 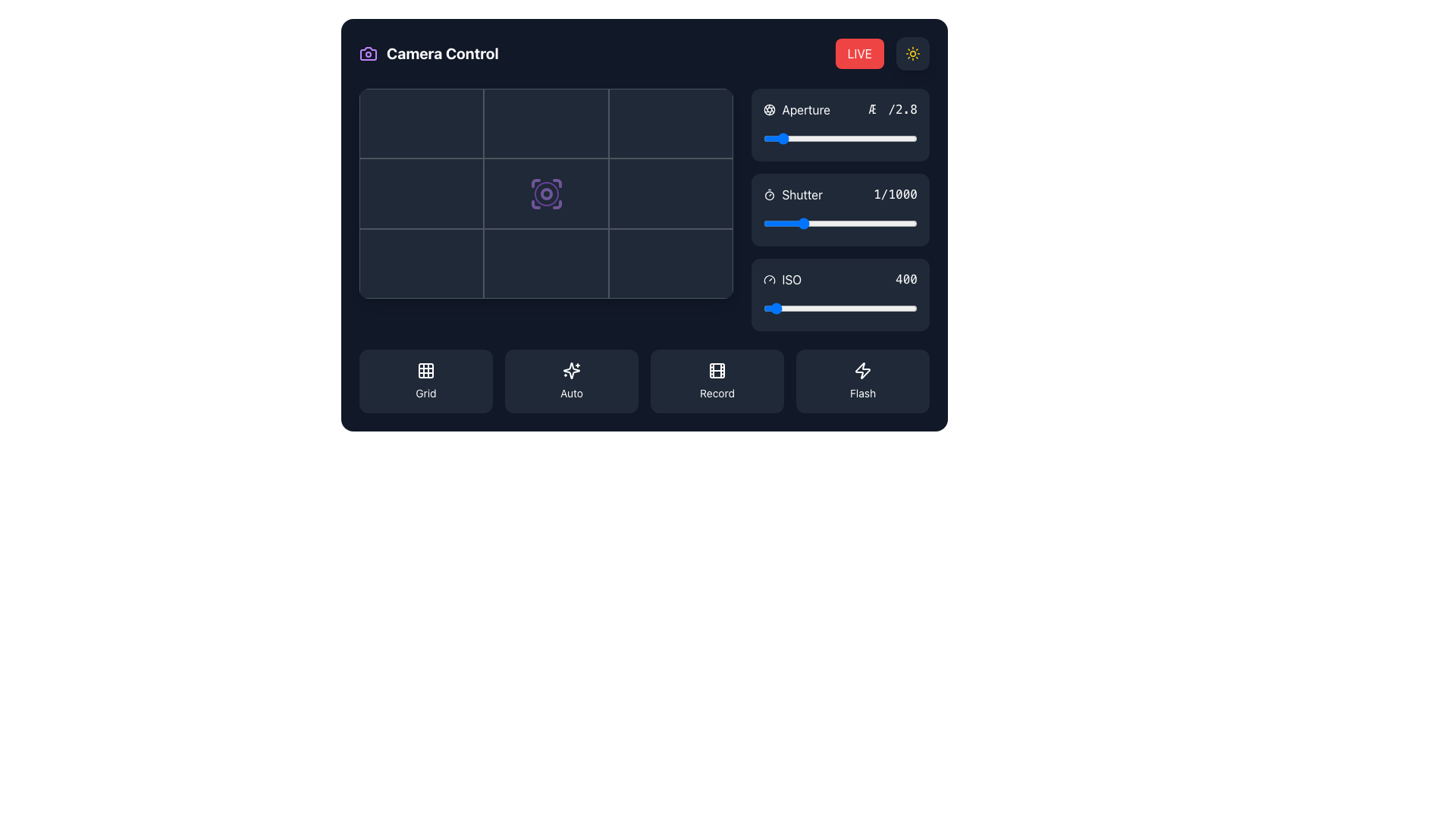 What do you see at coordinates (912, 52) in the screenshot?
I see `the status indicator icon located in the top-right corner of the interface, adjacent to the 'LIVE' button` at bounding box center [912, 52].